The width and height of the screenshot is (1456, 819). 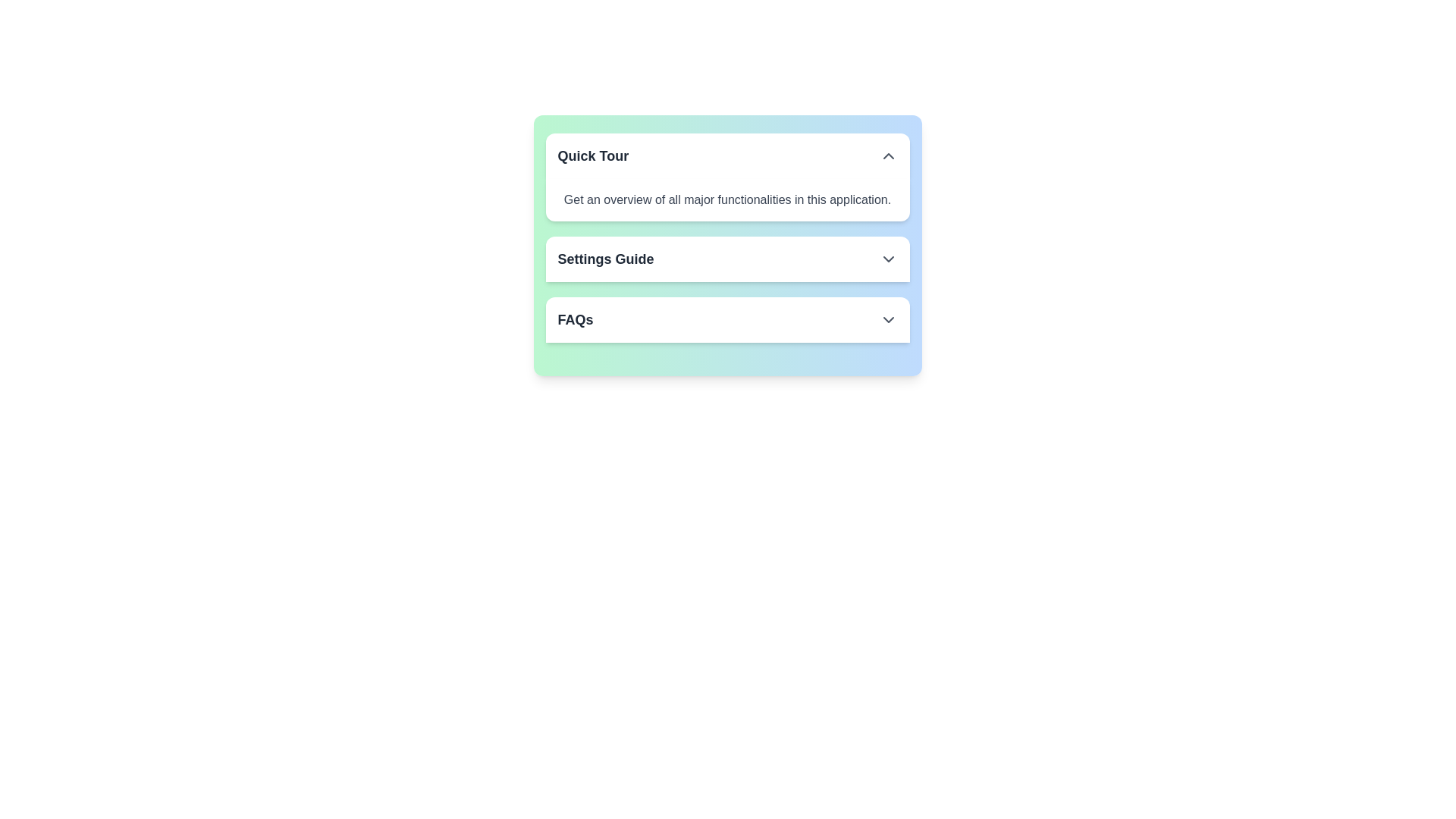 What do you see at coordinates (888, 155) in the screenshot?
I see `the upward-pointing gray chevron icon located to the right of the 'Quick Tour' text in the top panel` at bounding box center [888, 155].